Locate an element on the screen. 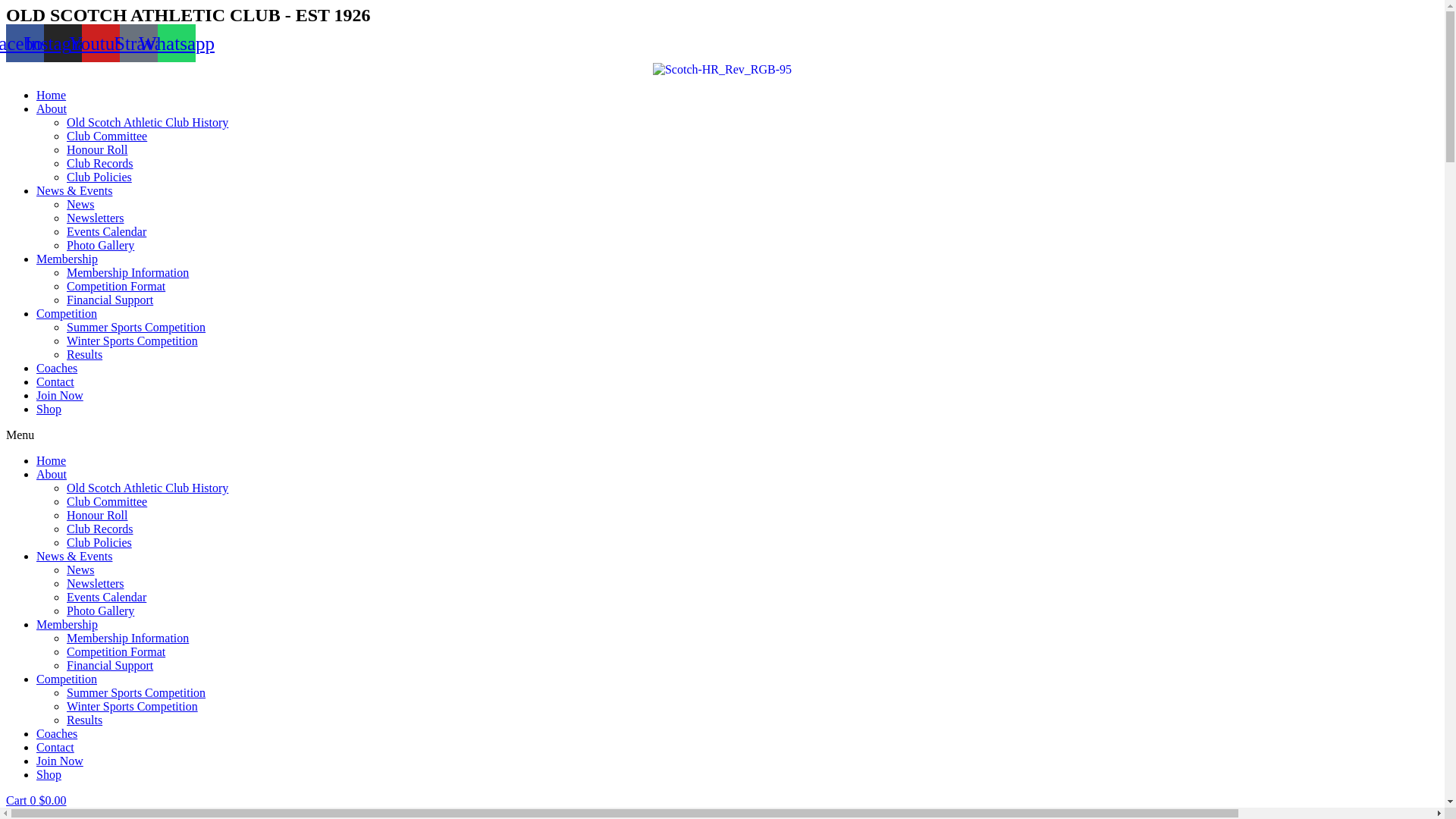 This screenshot has width=1456, height=819. 'Scotch-HR_Rev_RGB-95' is located at coordinates (721, 70).